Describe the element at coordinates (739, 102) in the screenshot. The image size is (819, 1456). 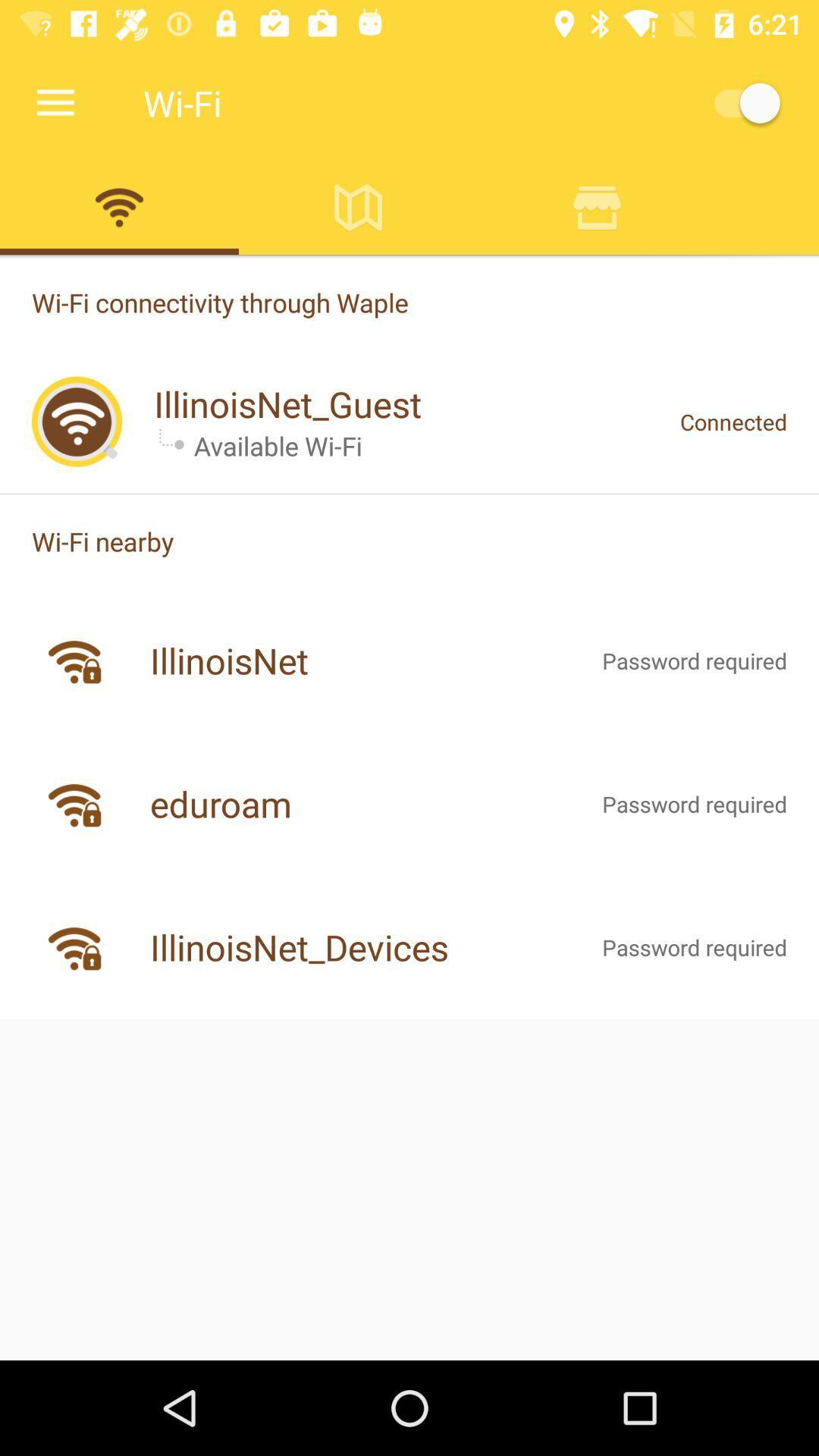
I see `wi-fi on/off` at that location.